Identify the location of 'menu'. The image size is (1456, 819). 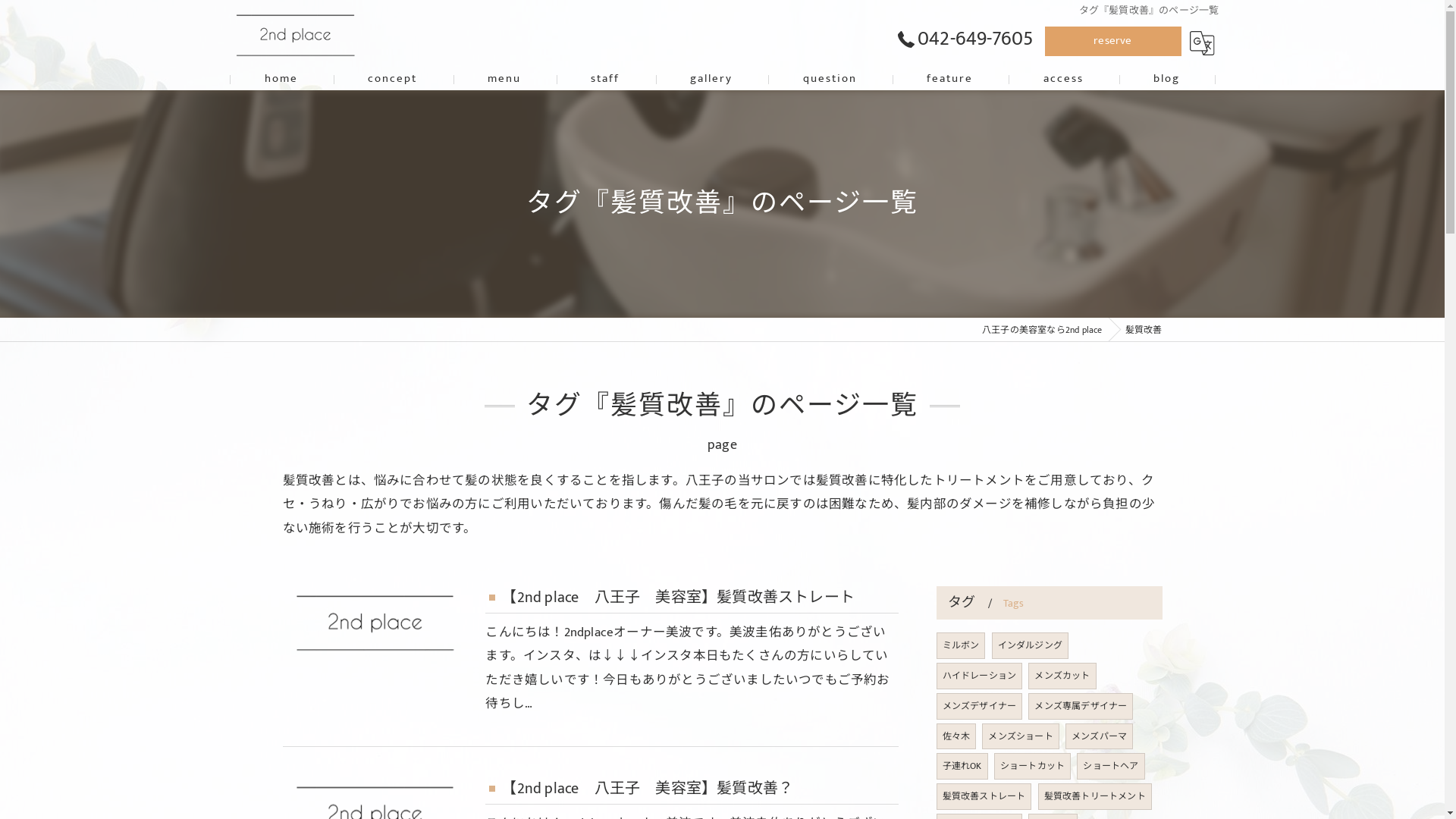
(451, 79).